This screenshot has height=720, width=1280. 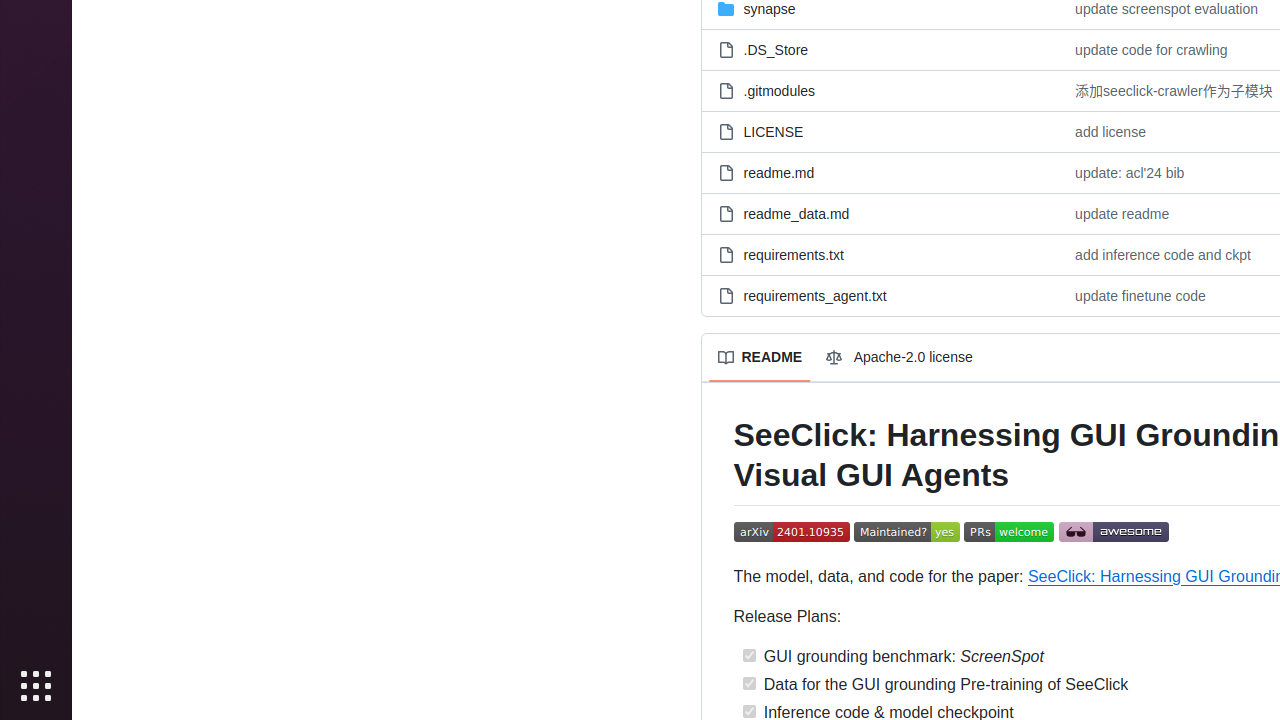 What do you see at coordinates (1174, 90) in the screenshot?
I see `'添加seeclick-crawler作为子模块'` at bounding box center [1174, 90].